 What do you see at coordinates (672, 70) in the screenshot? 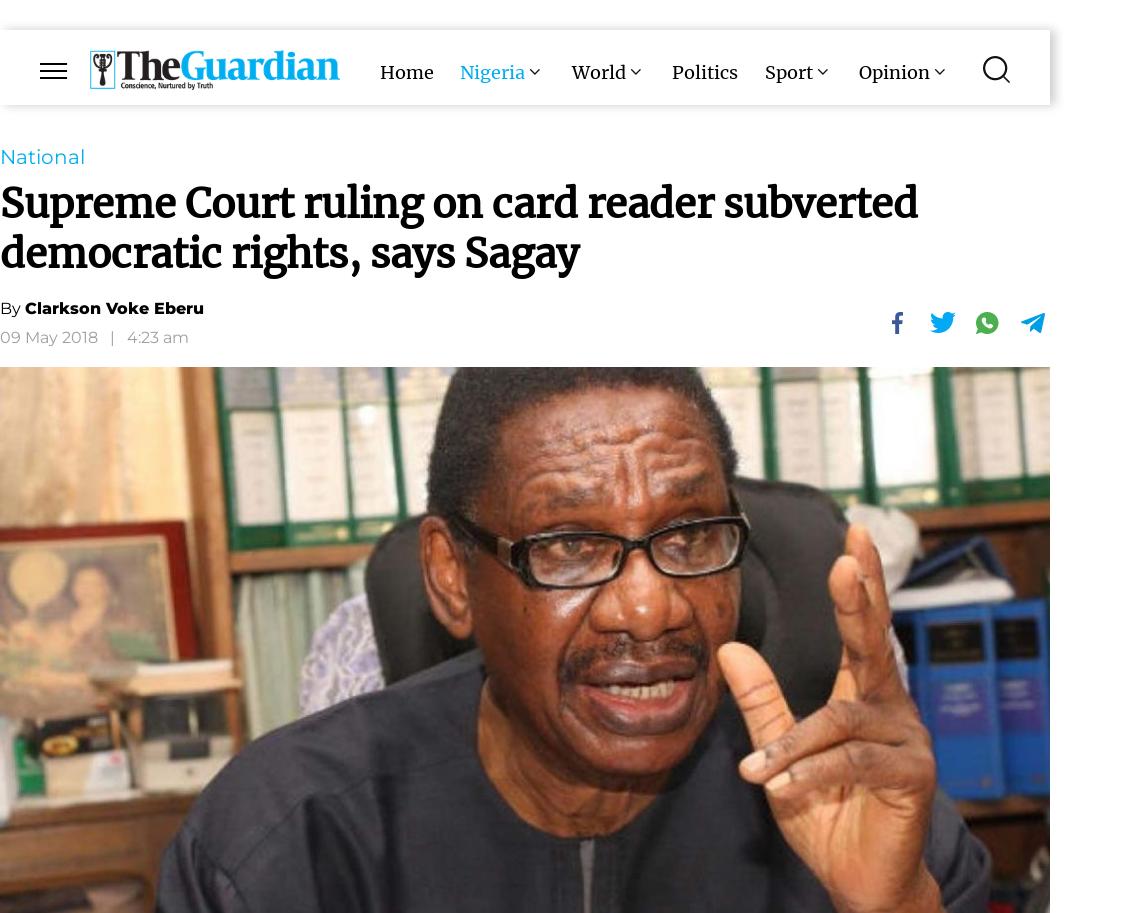
I see `'Politics'` at bounding box center [672, 70].